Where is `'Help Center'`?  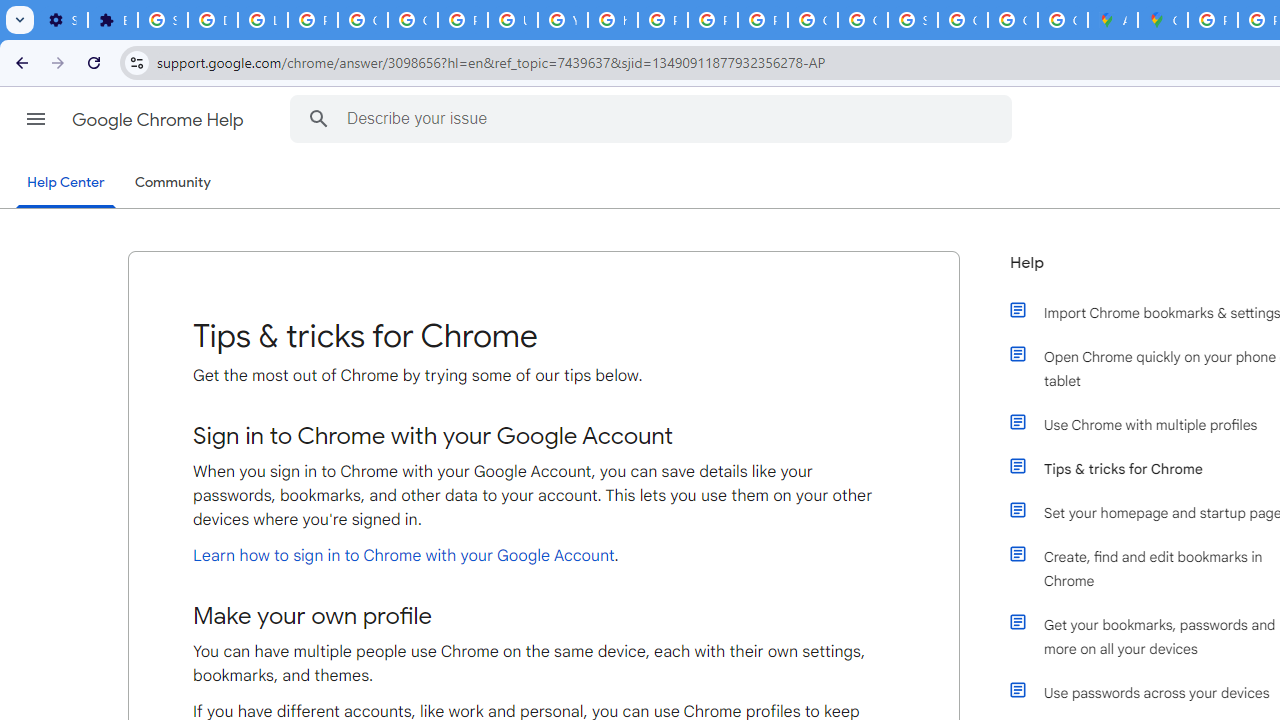 'Help Center' is located at coordinates (65, 183).